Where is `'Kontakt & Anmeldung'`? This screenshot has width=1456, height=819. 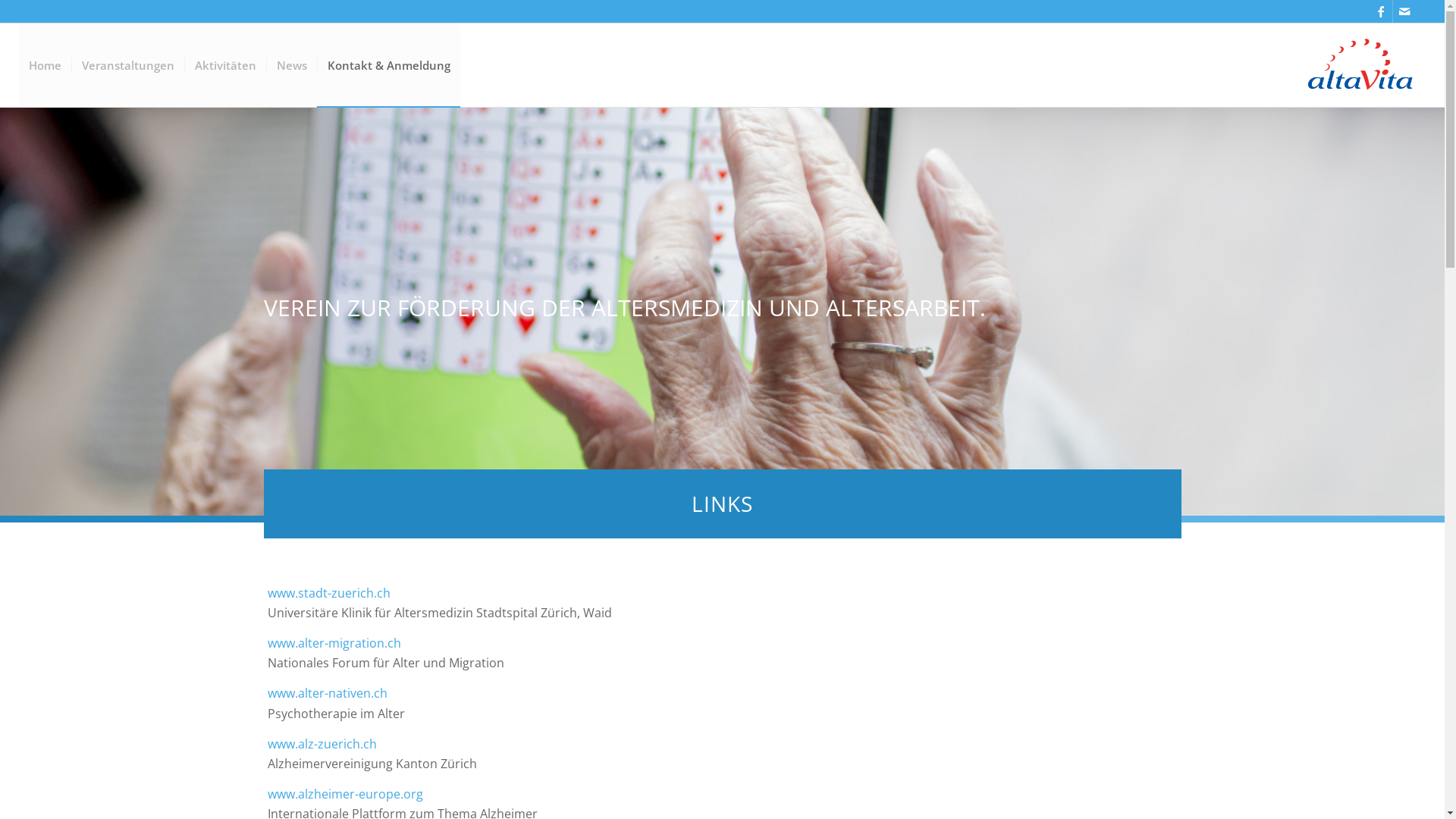 'Kontakt & Anmeldung' is located at coordinates (315, 64).